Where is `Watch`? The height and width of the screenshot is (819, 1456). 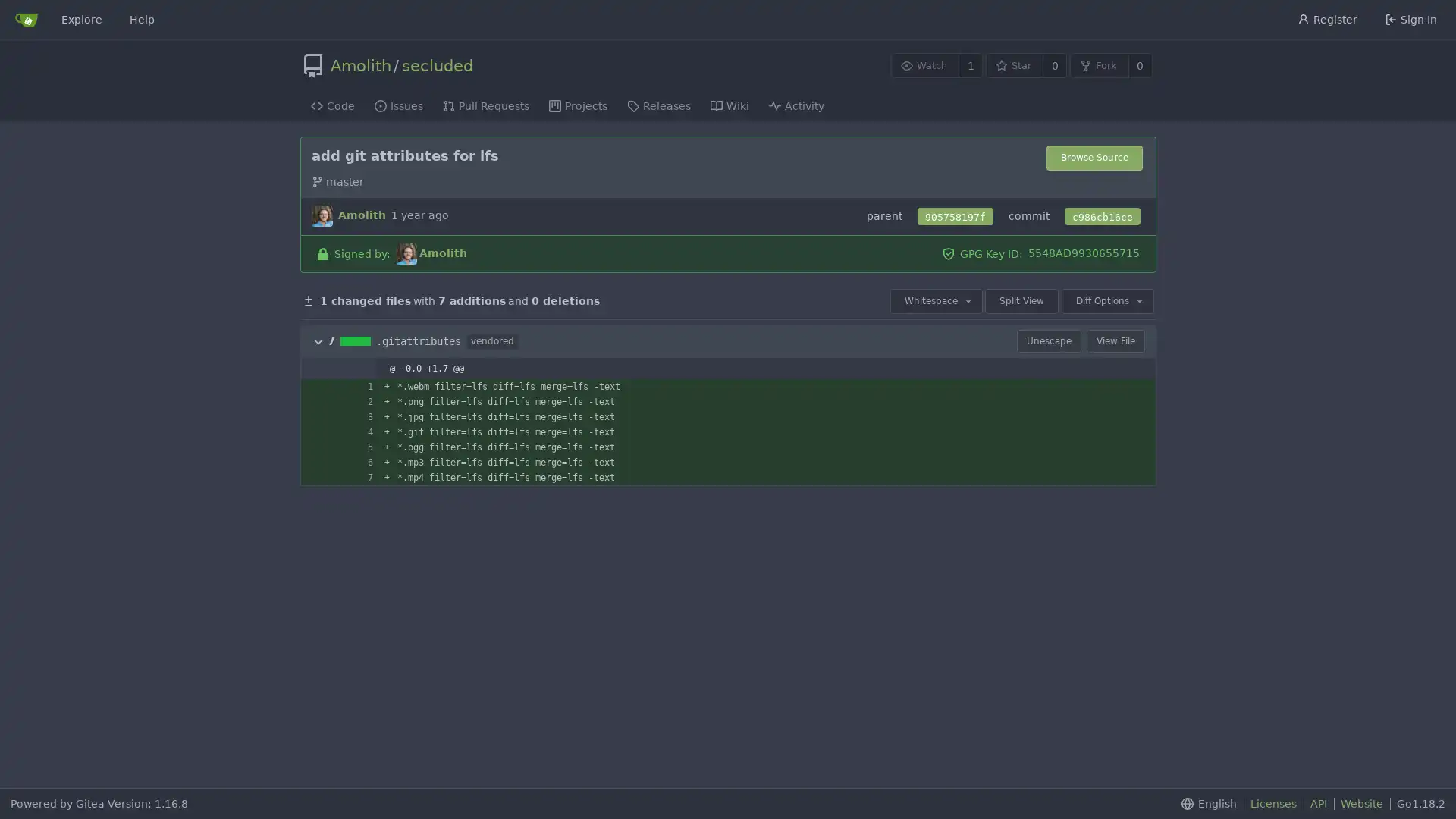
Watch is located at coordinates (924, 64).